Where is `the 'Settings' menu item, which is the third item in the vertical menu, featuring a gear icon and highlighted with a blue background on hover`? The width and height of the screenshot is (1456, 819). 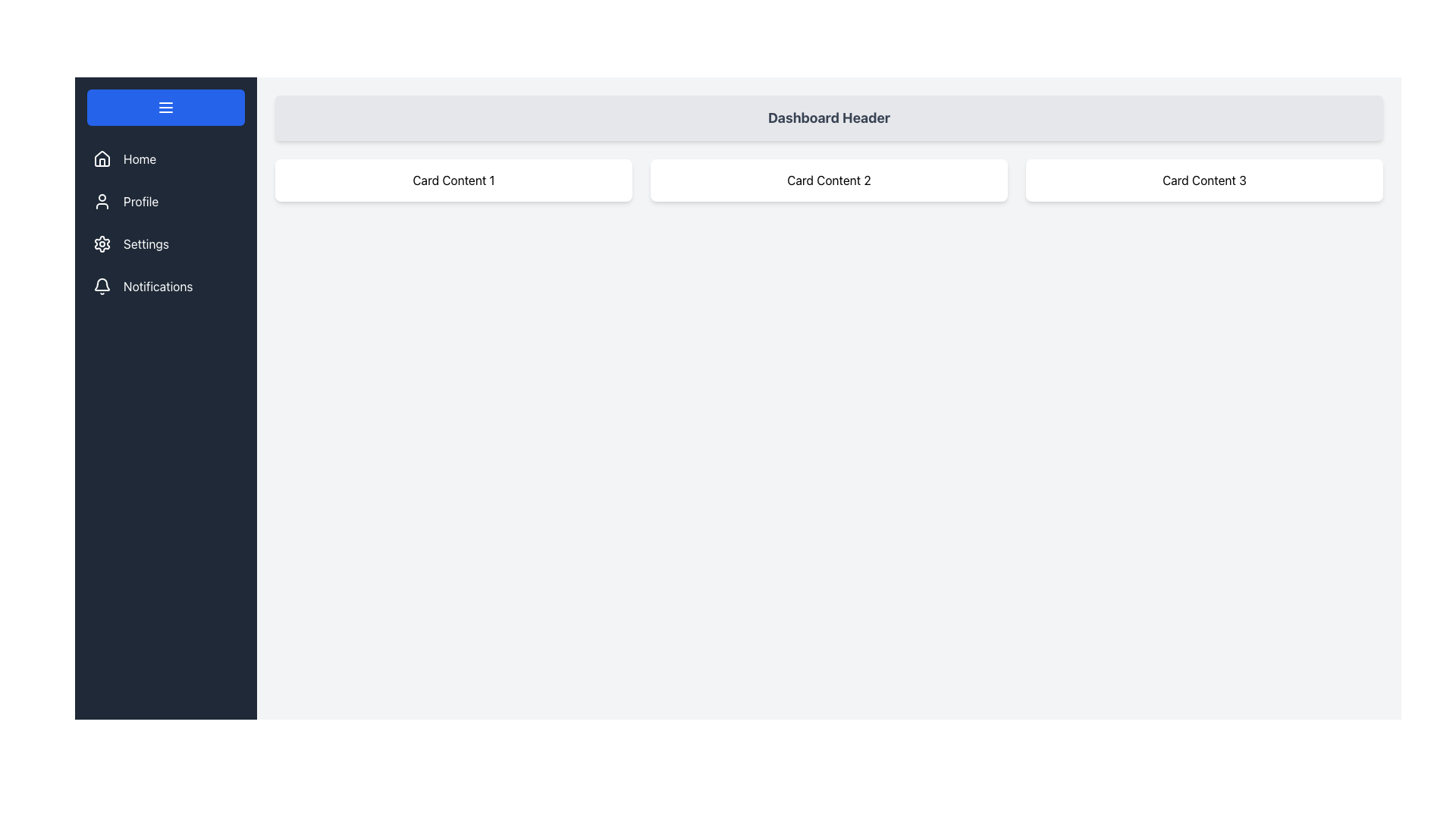
the 'Settings' menu item, which is the third item in the vertical menu, featuring a gear icon and highlighted with a blue background on hover is located at coordinates (166, 243).